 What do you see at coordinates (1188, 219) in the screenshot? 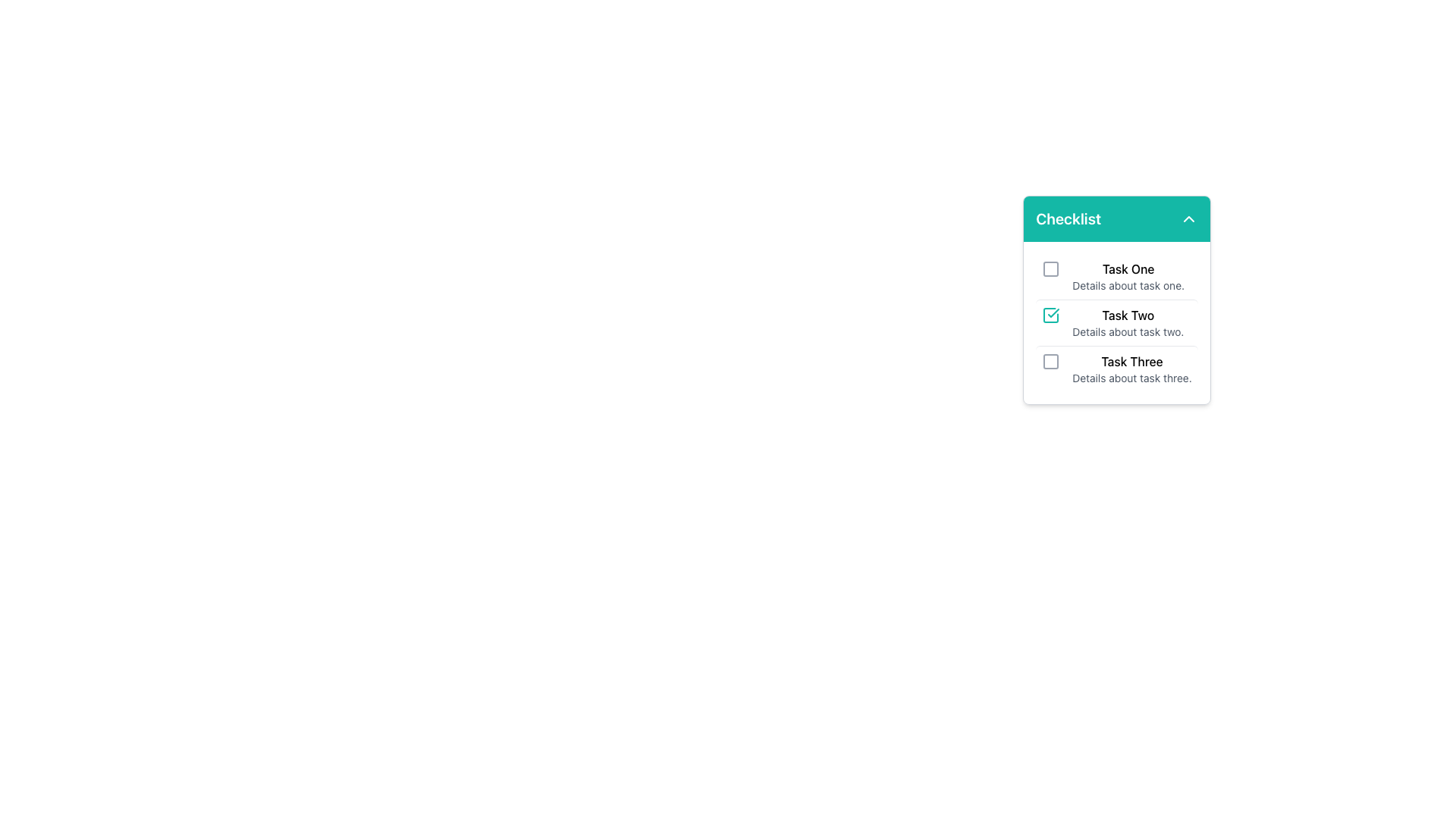
I see `the chevron icon in the top-right corner of the teal-colored header bar of the checklist UI component` at bounding box center [1188, 219].